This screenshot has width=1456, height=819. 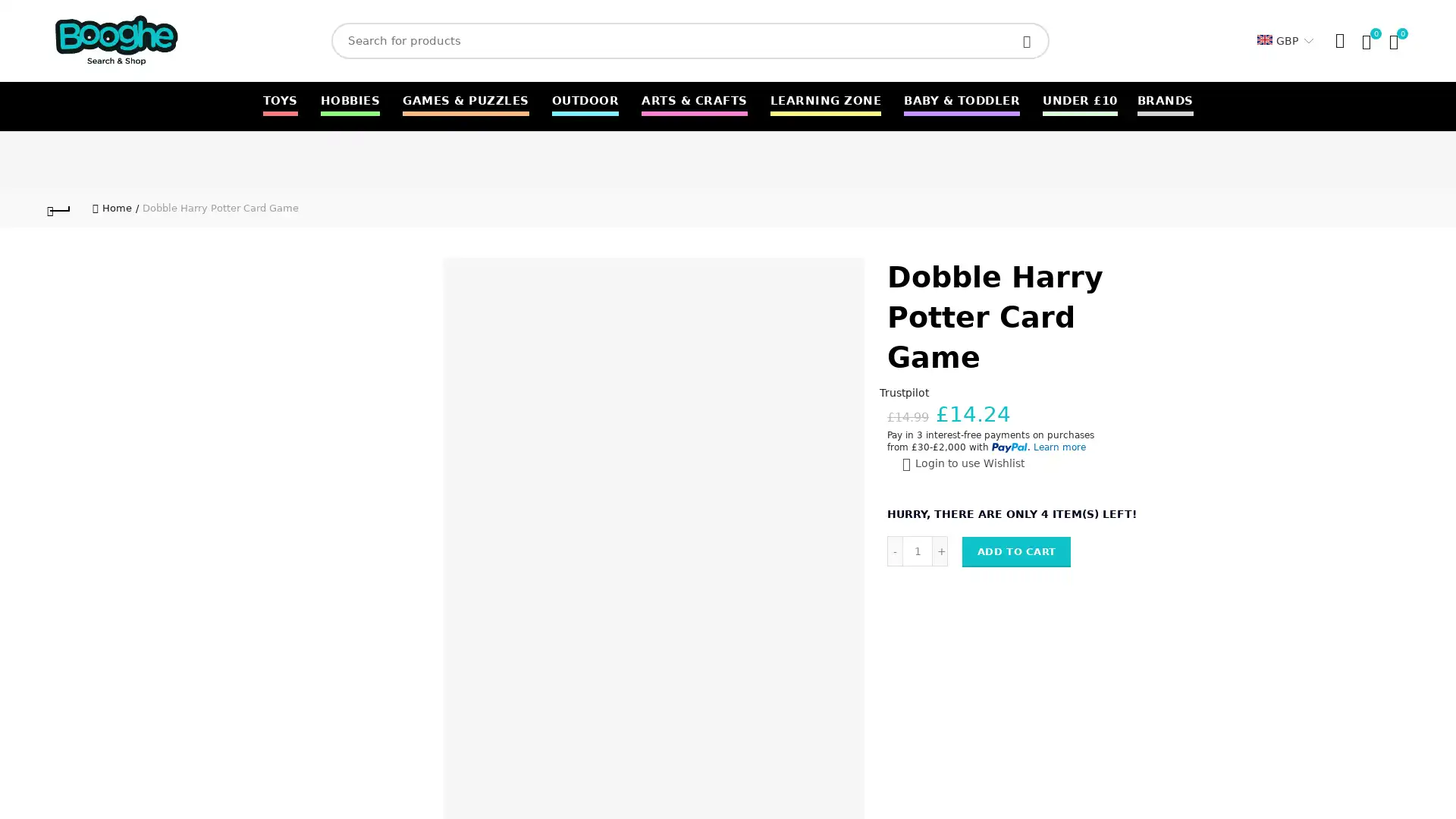 What do you see at coordinates (895, 550) in the screenshot?
I see `-` at bounding box center [895, 550].